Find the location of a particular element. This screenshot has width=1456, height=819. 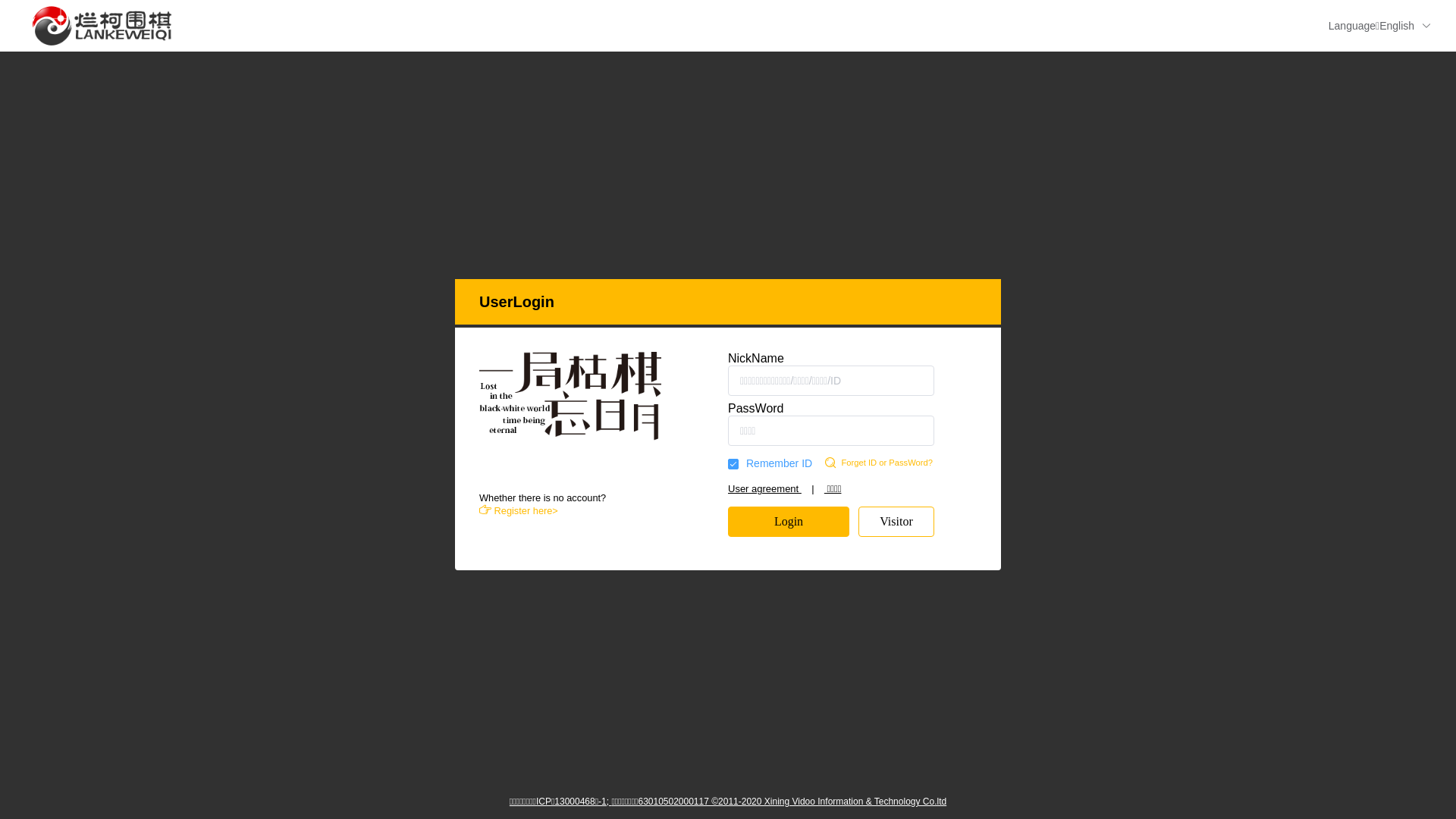

'User agreement' is located at coordinates (764, 488).